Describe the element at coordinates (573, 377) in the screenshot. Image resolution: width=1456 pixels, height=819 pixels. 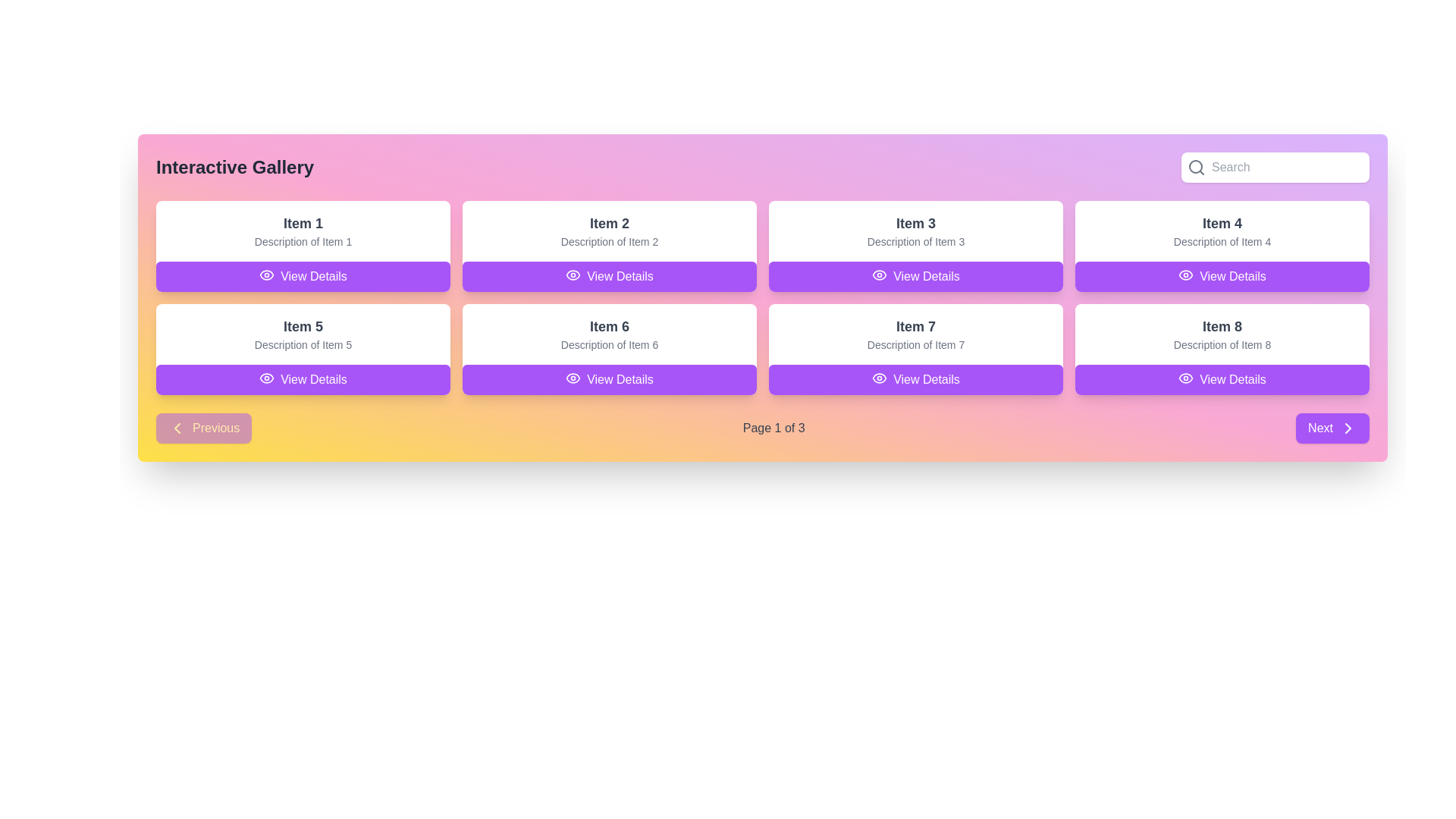
I see `the icon located to the left of the text in the sixth 'View Details' button, which is below the card titled 'Item 6'` at that location.